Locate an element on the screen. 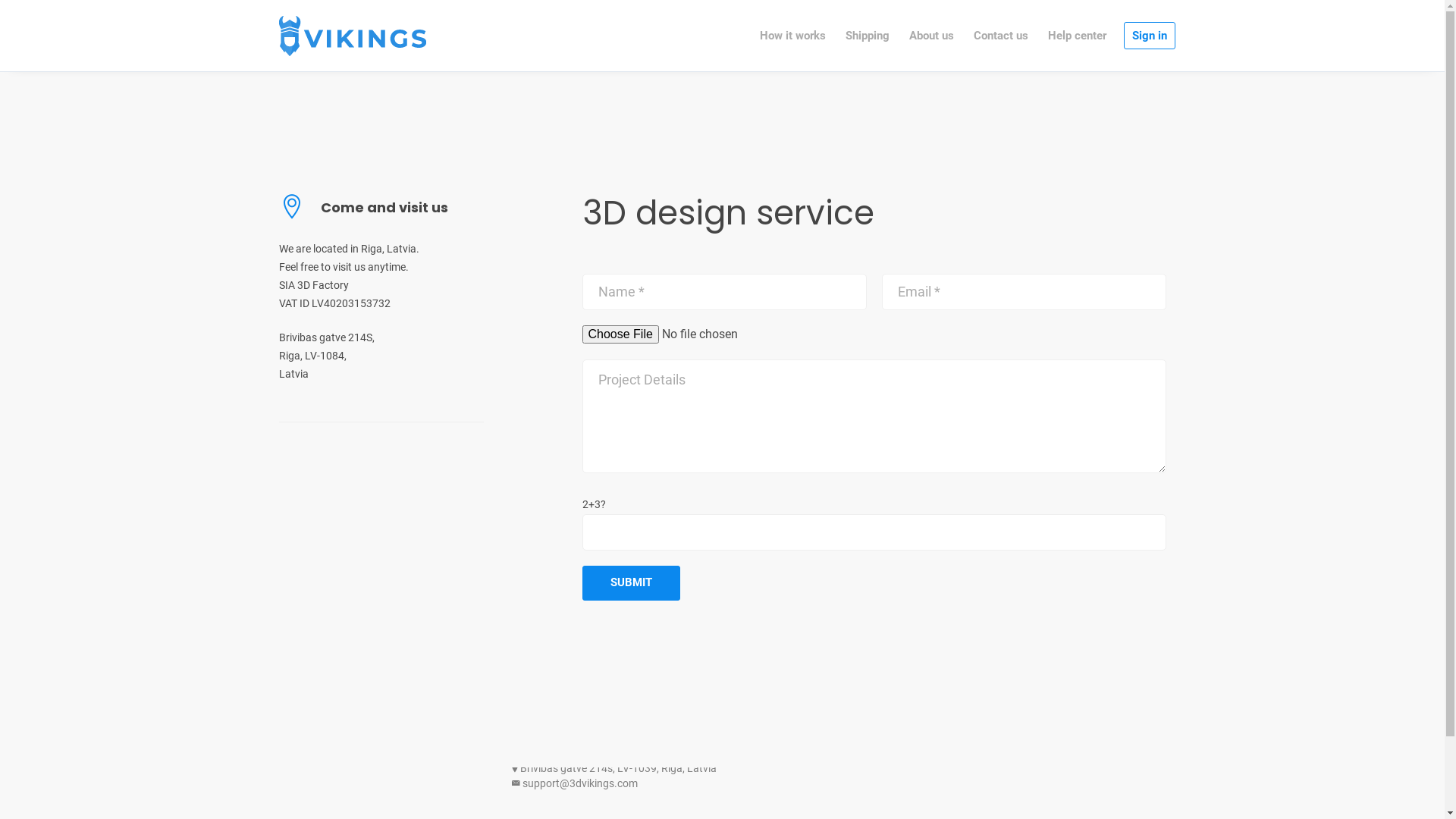  'Contact us' is located at coordinates (1001, 34).